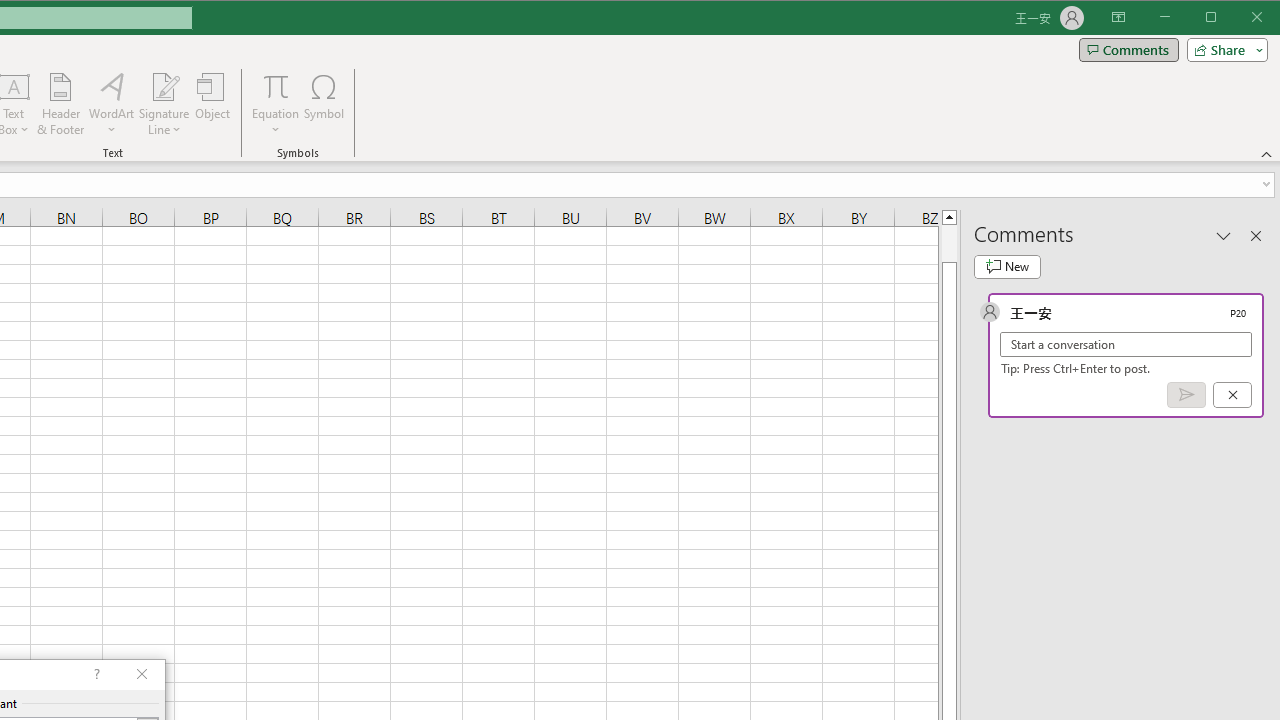 The image size is (1280, 720). I want to click on 'Page up', so click(948, 242).